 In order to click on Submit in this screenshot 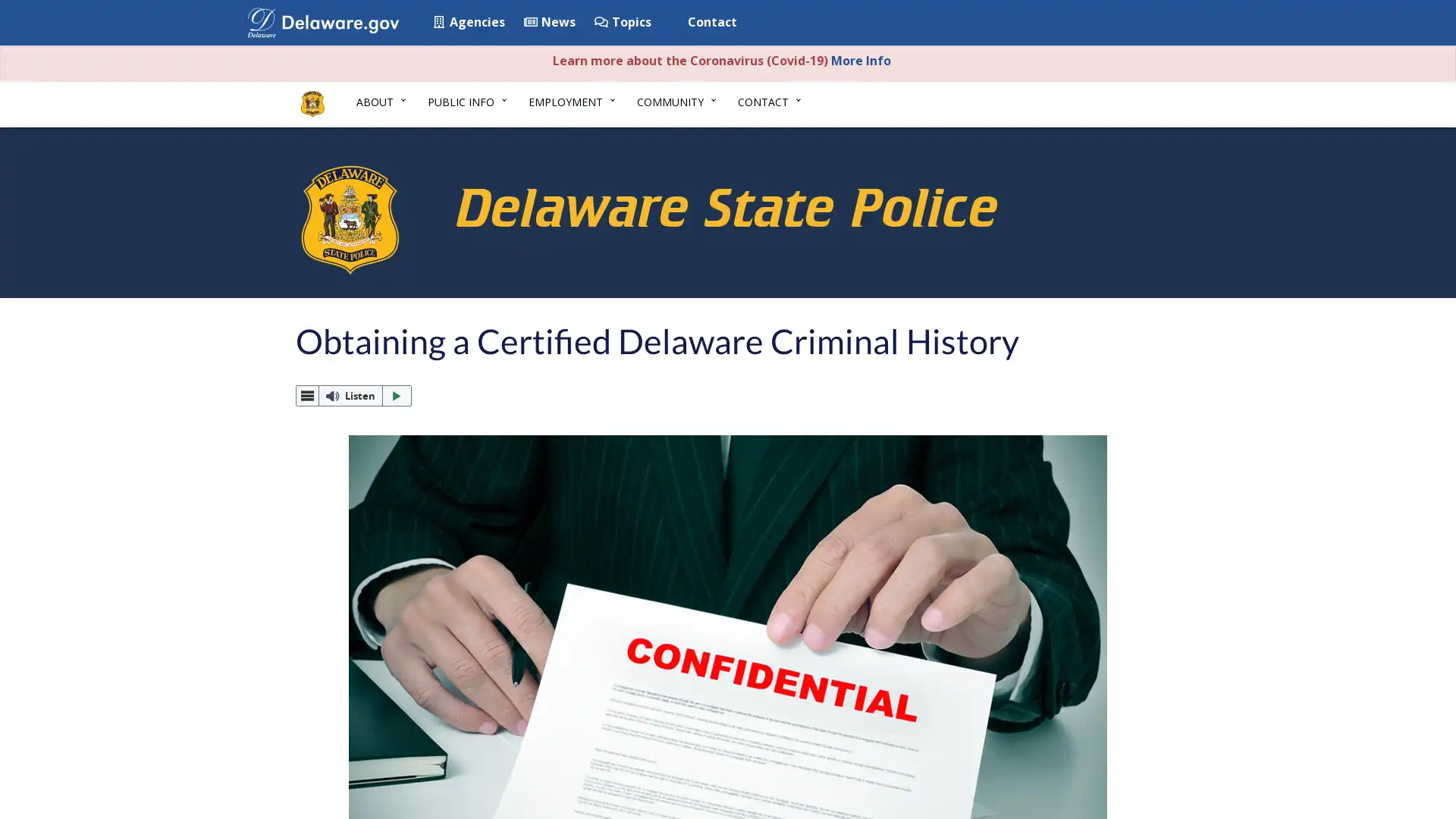, I will do `click(1155, 24)`.